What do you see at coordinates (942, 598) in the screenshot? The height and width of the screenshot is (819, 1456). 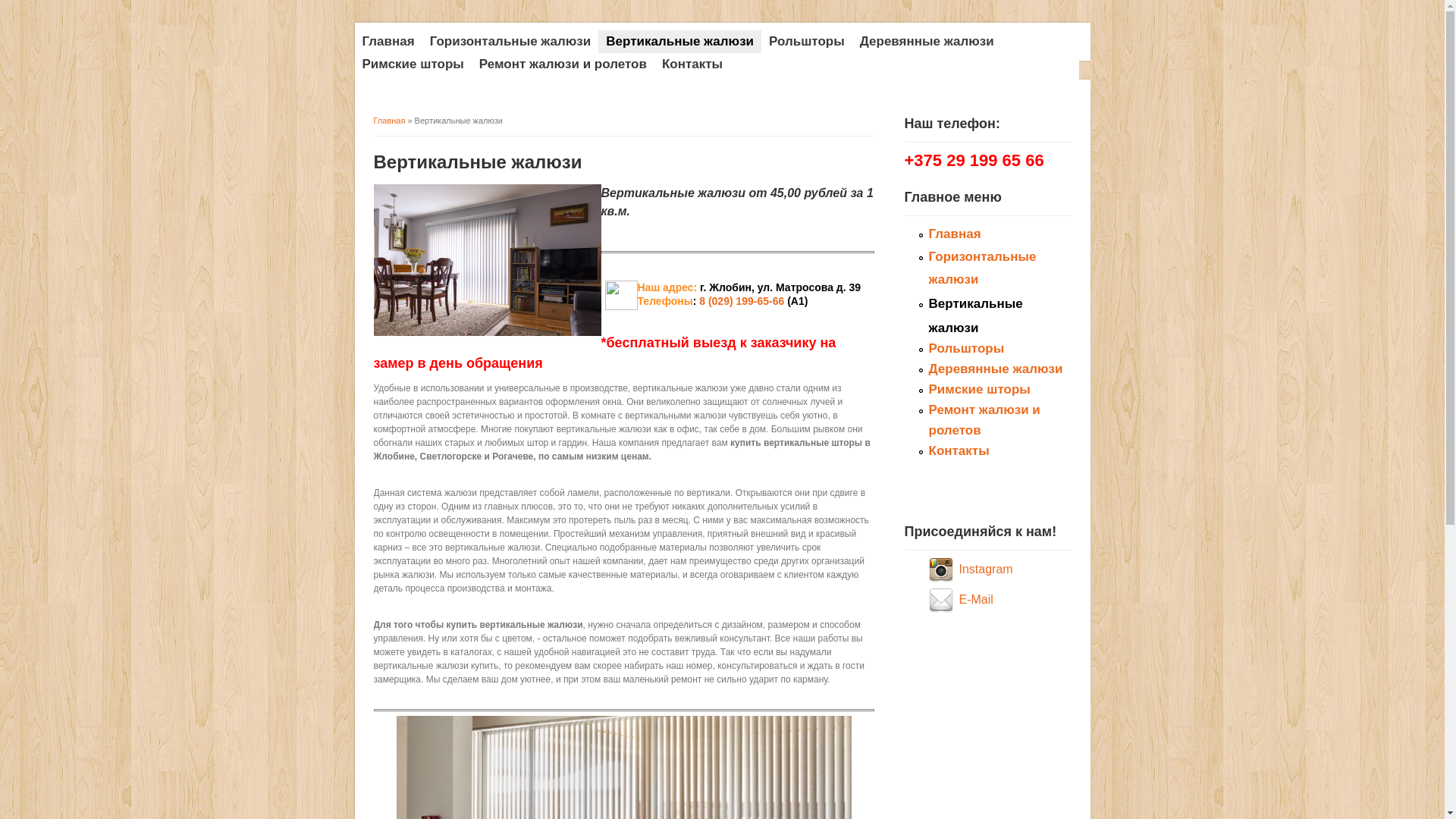 I see `'E-Mail'` at bounding box center [942, 598].